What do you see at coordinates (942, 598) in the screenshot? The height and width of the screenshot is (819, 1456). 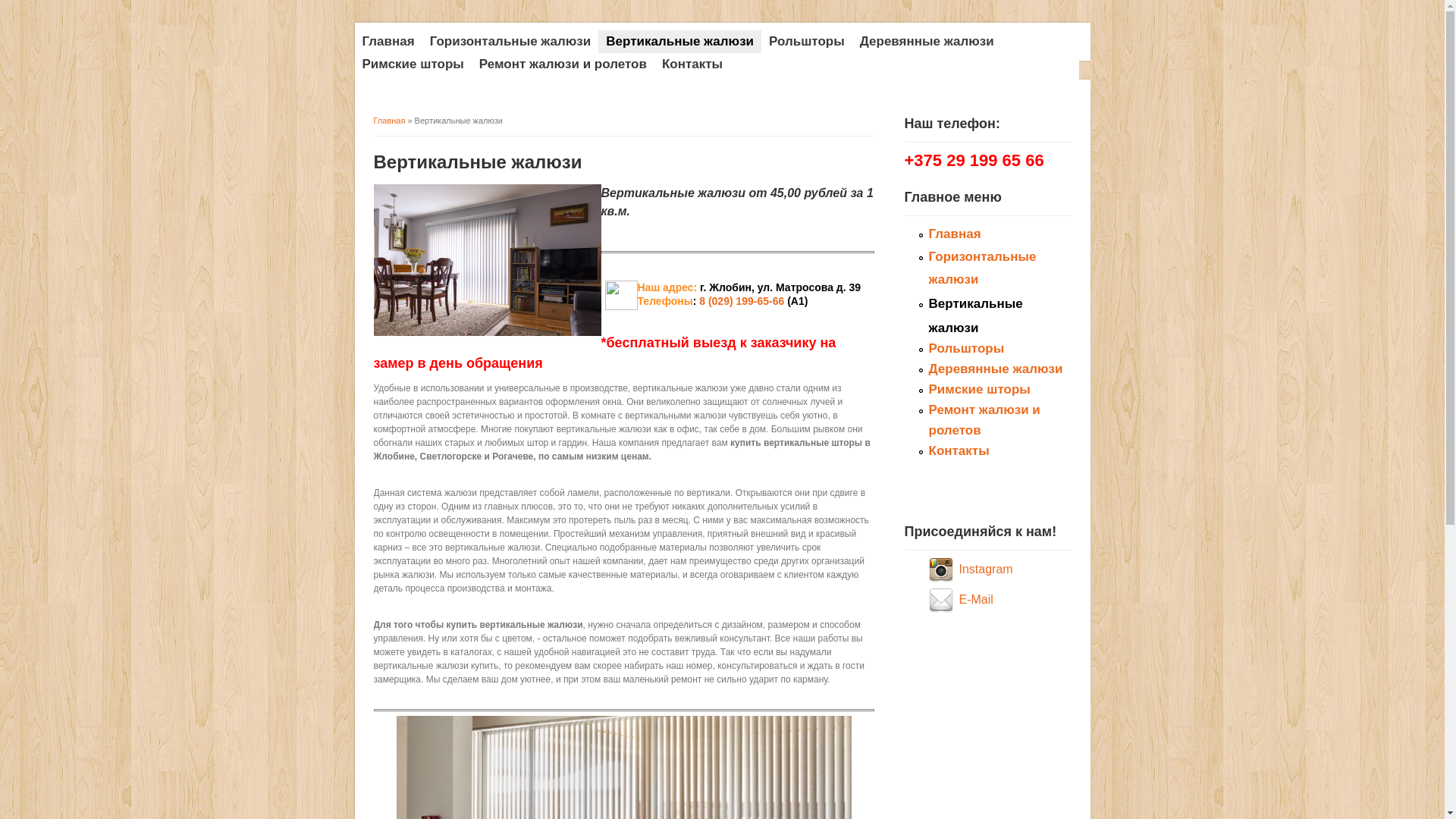 I see `'E-Mail'` at bounding box center [942, 598].